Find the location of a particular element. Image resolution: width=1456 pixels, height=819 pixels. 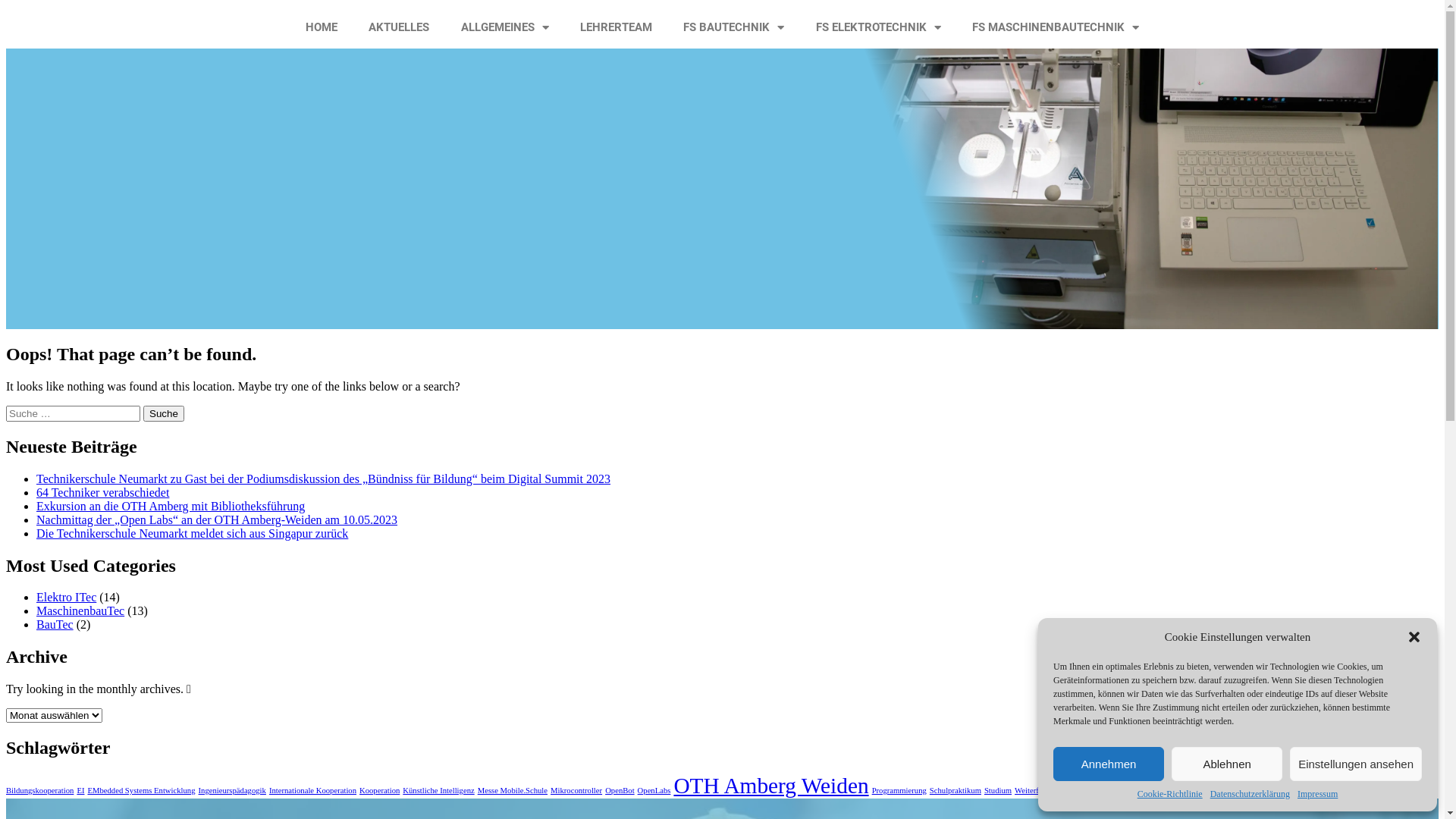

'Suche' is located at coordinates (164, 413).